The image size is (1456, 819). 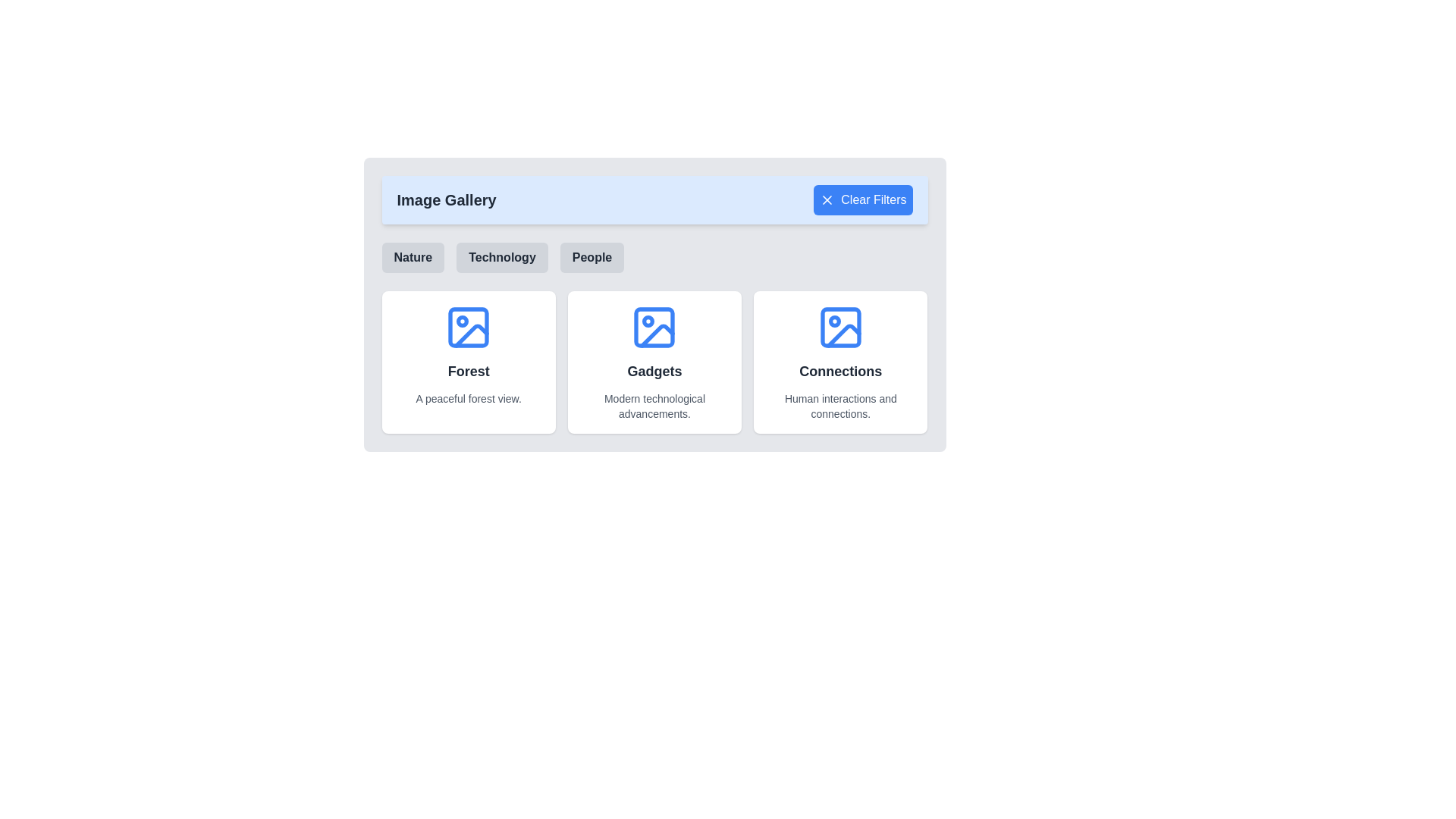 What do you see at coordinates (468, 327) in the screenshot?
I see `the blue icon resembling an image outline with a circle and diagonal line inside, which is located within the white rounded card titled 'Forest'` at bounding box center [468, 327].